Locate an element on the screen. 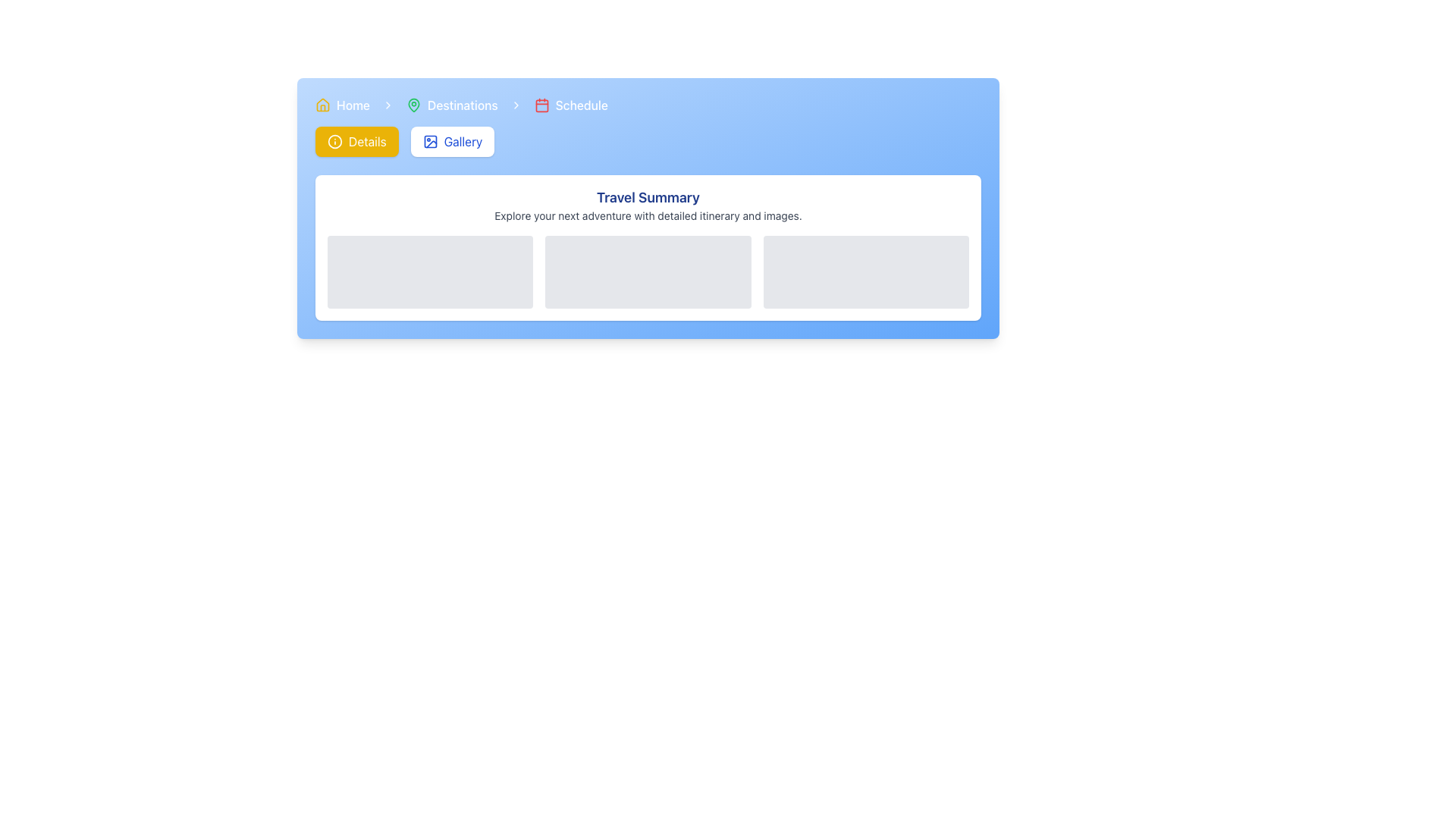 This screenshot has width=1456, height=819. the green location pin icon located in the top navigation header, next to the text 'Destinations' is located at coordinates (414, 104).